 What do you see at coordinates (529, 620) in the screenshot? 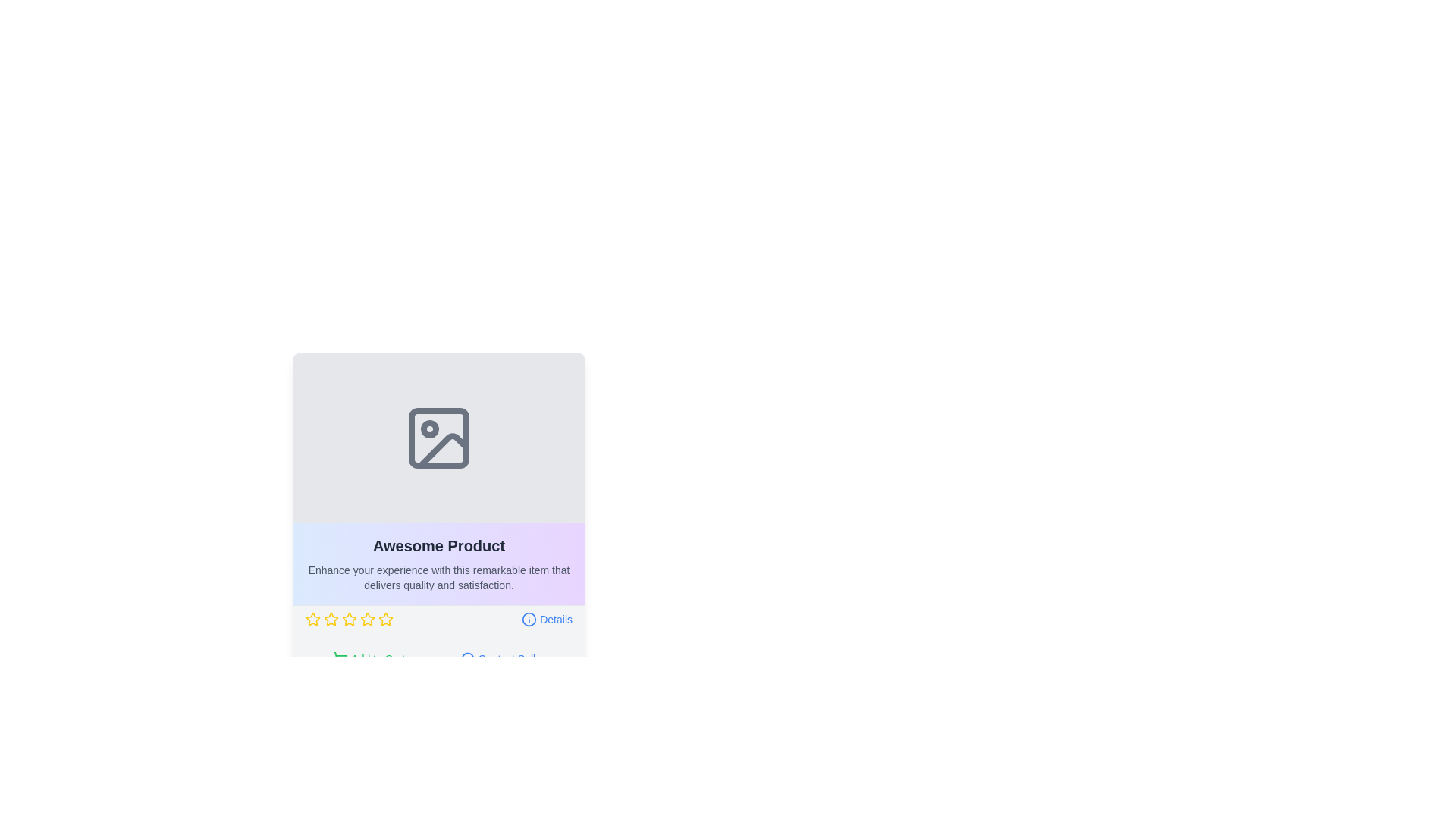
I see `icon located to the left of the 'Details' label, which visually represents additional information about the associated item` at bounding box center [529, 620].